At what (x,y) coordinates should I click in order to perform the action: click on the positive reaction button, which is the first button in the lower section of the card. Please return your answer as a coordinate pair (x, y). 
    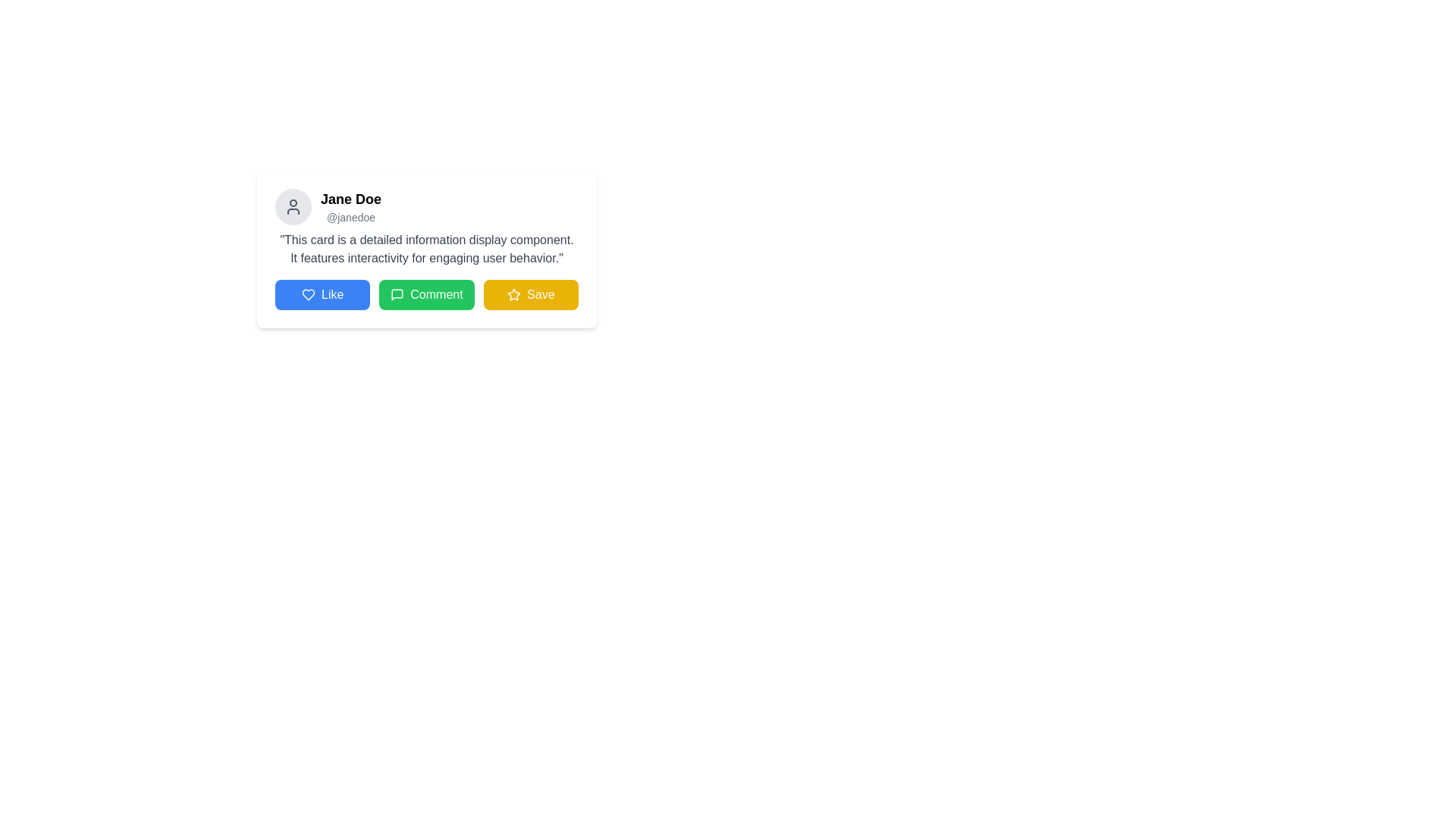
    Looking at the image, I should click on (322, 295).